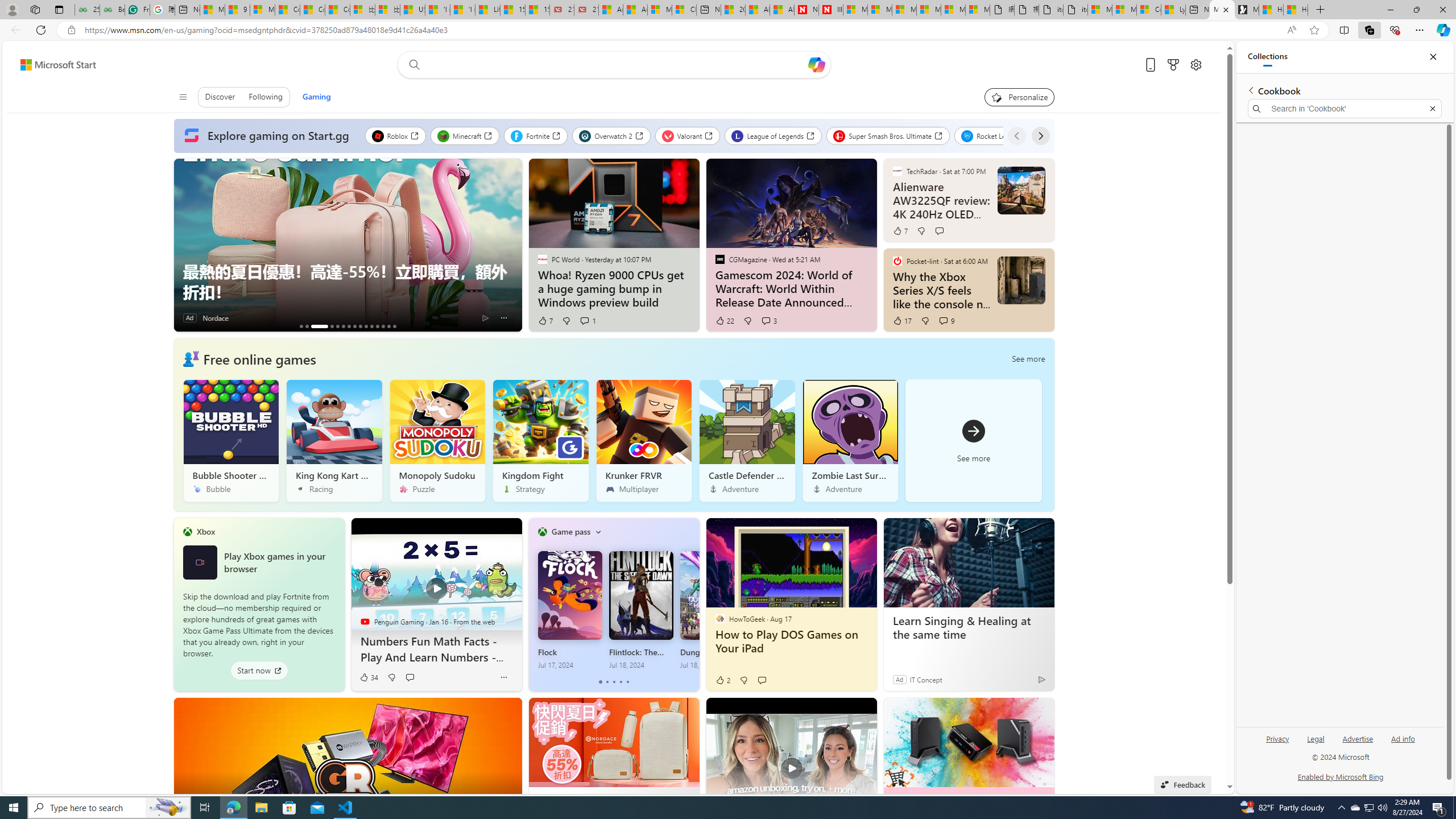 The height and width of the screenshot is (819, 1456). Describe the element at coordinates (610, 135) in the screenshot. I see `'Overwatch 2'` at that location.